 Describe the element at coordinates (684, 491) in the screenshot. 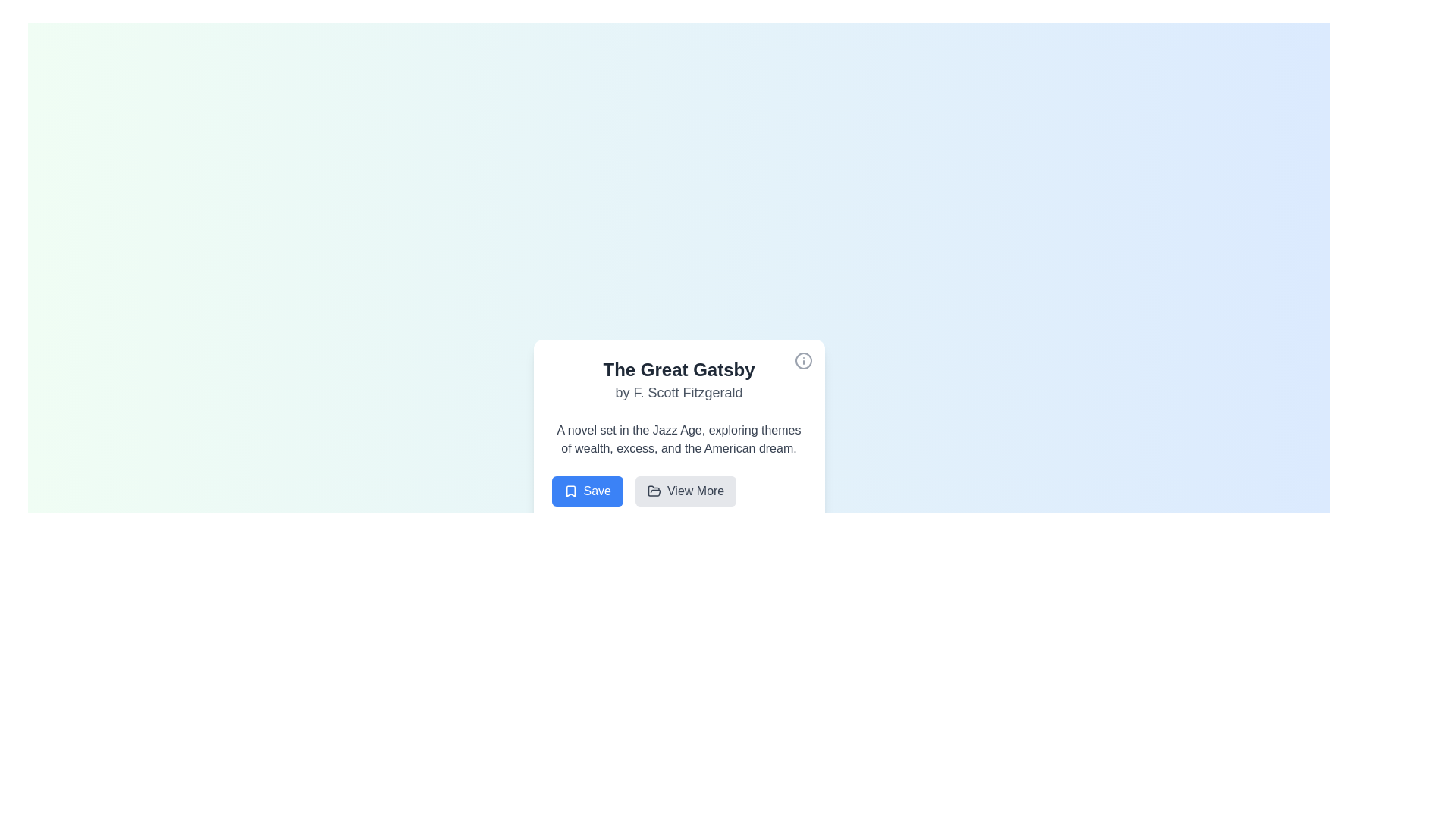

I see `the 'View More' button located at the bottom-right corner of the card displaying information about 'The Great Gatsby'` at that location.